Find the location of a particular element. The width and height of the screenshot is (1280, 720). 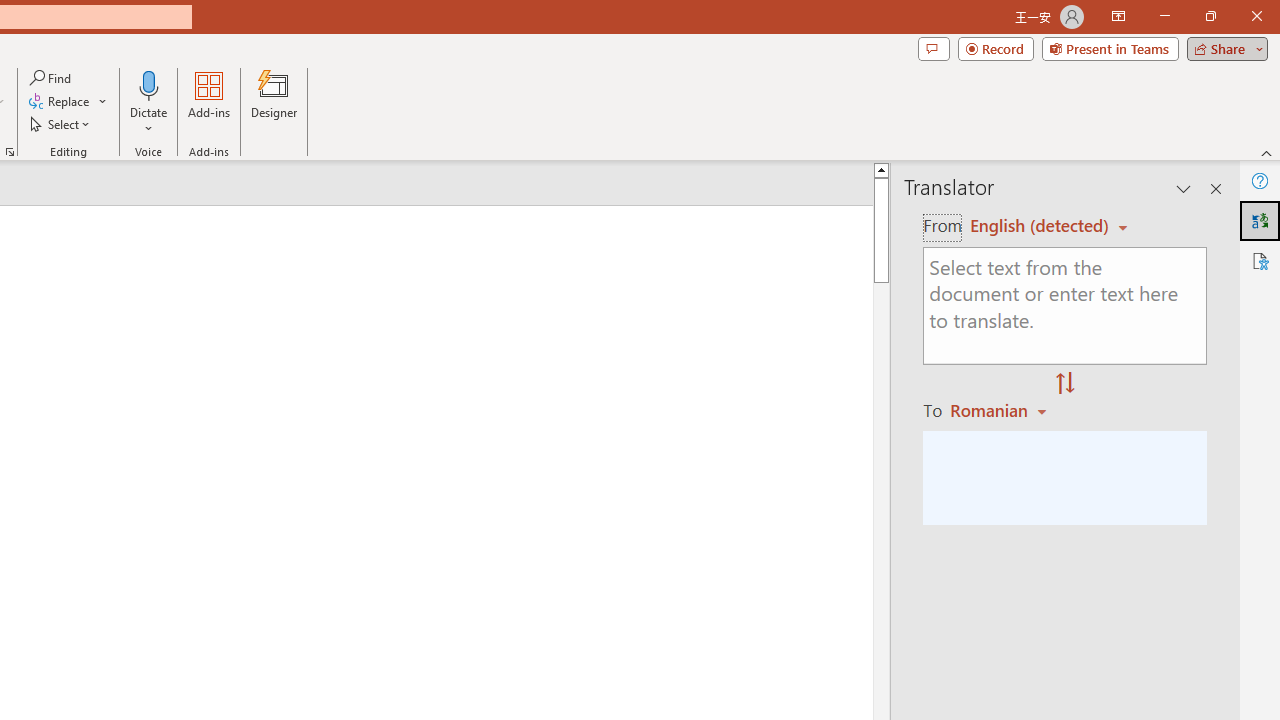

'Czech (detected)' is located at coordinates (1040, 225).